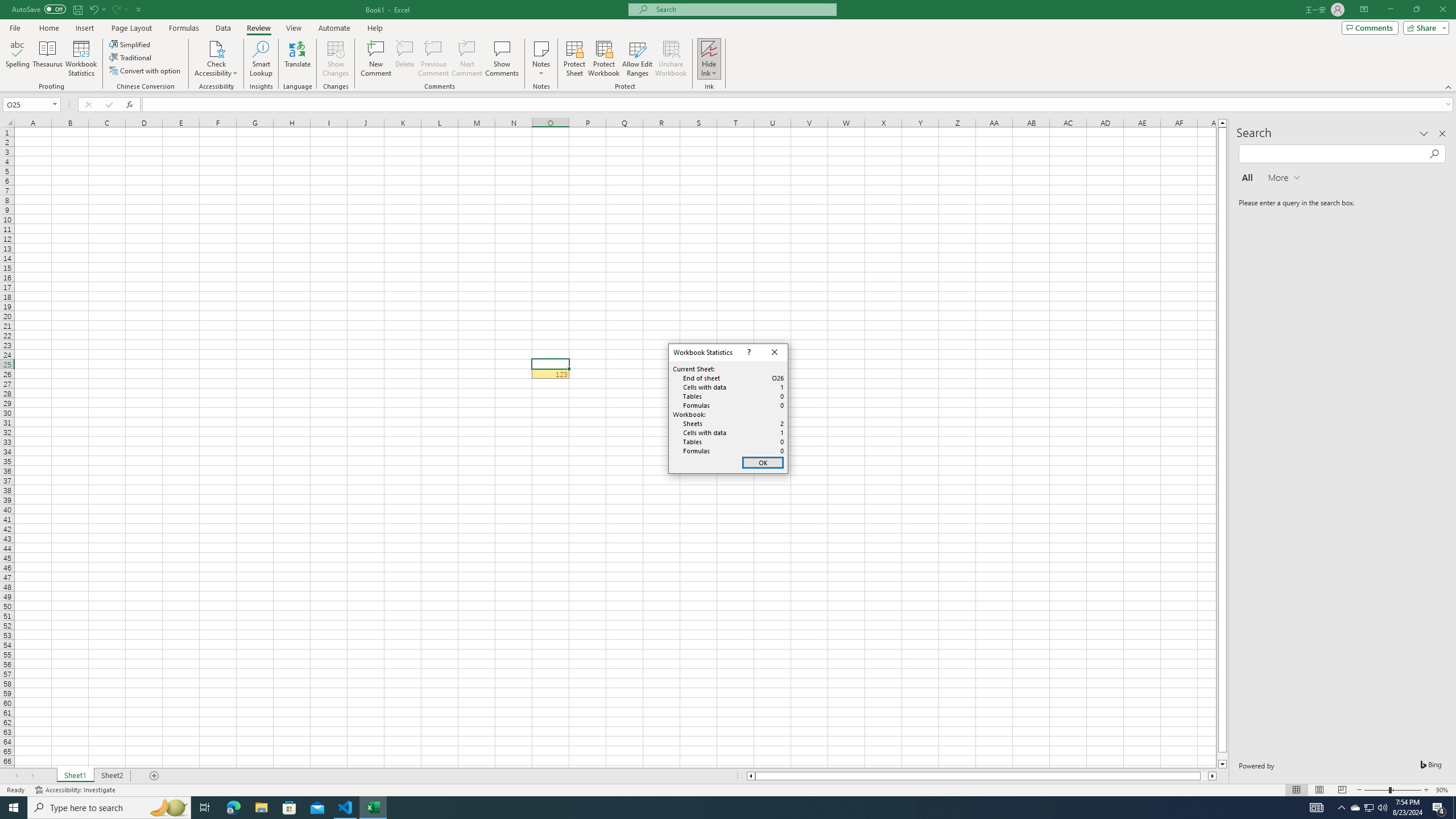 The height and width of the screenshot is (819, 1456). I want to click on 'OK', so click(763, 462).